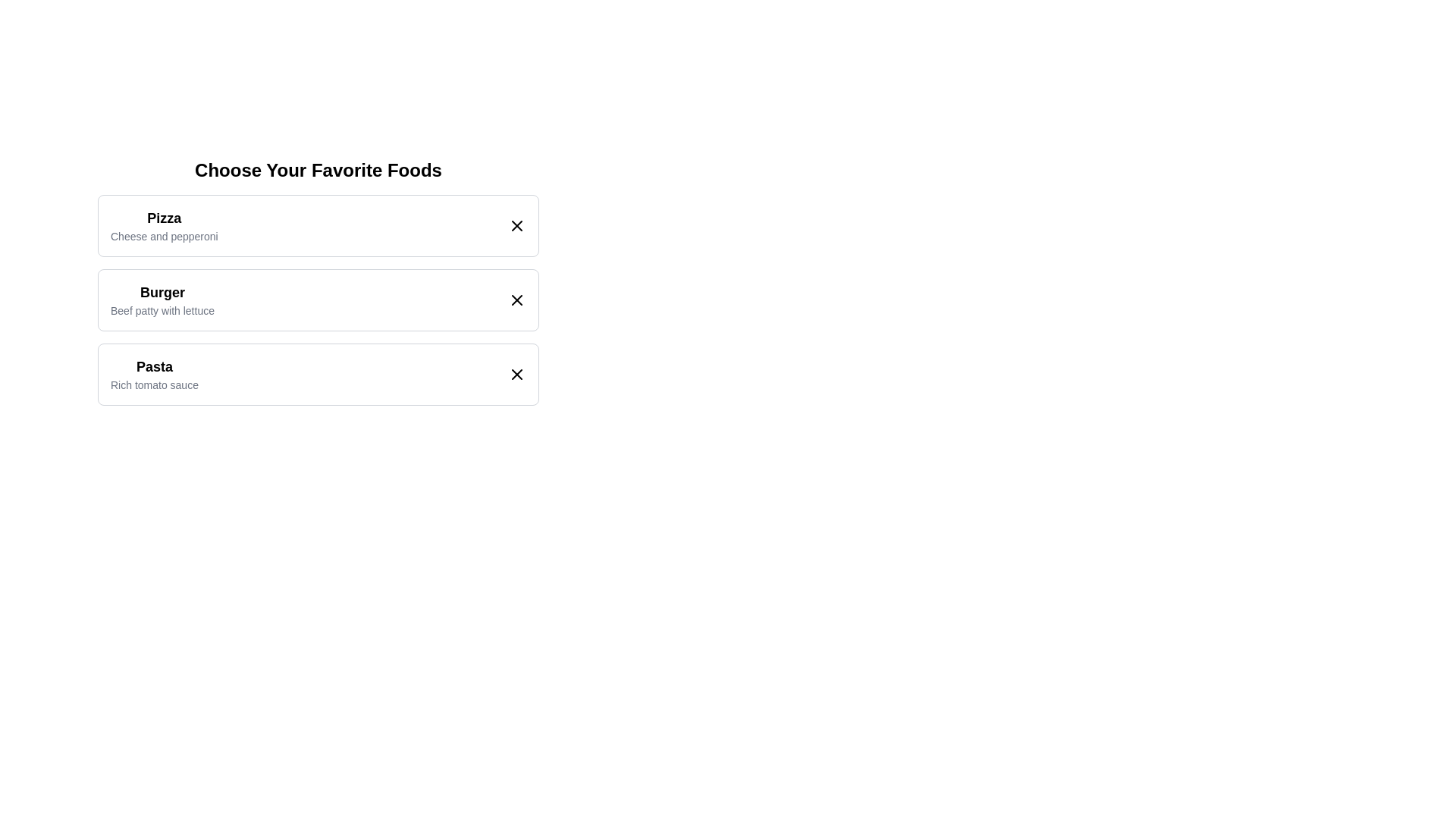 The width and height of the screenshot is (1456, 819). Describe the element at coordinates (516, 225) in the screenshot. I see `the diagonal cross icon located in the top-right corner of the list item labeled 'Pizza' to interact with it` at that location.